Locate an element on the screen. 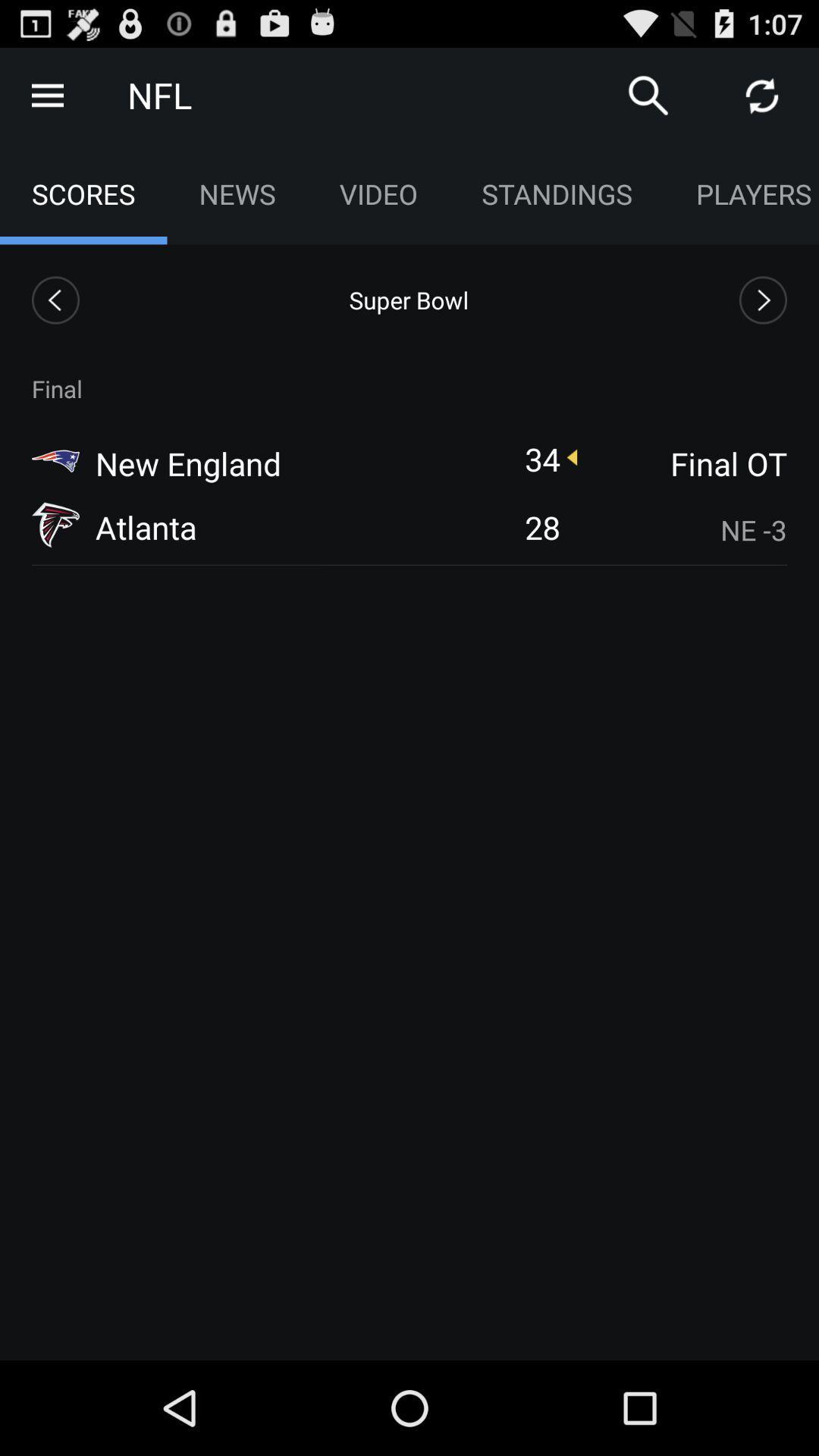 This screenshot has width=819, height=1456. the item next to the video app is located at coordinates (648, 94).